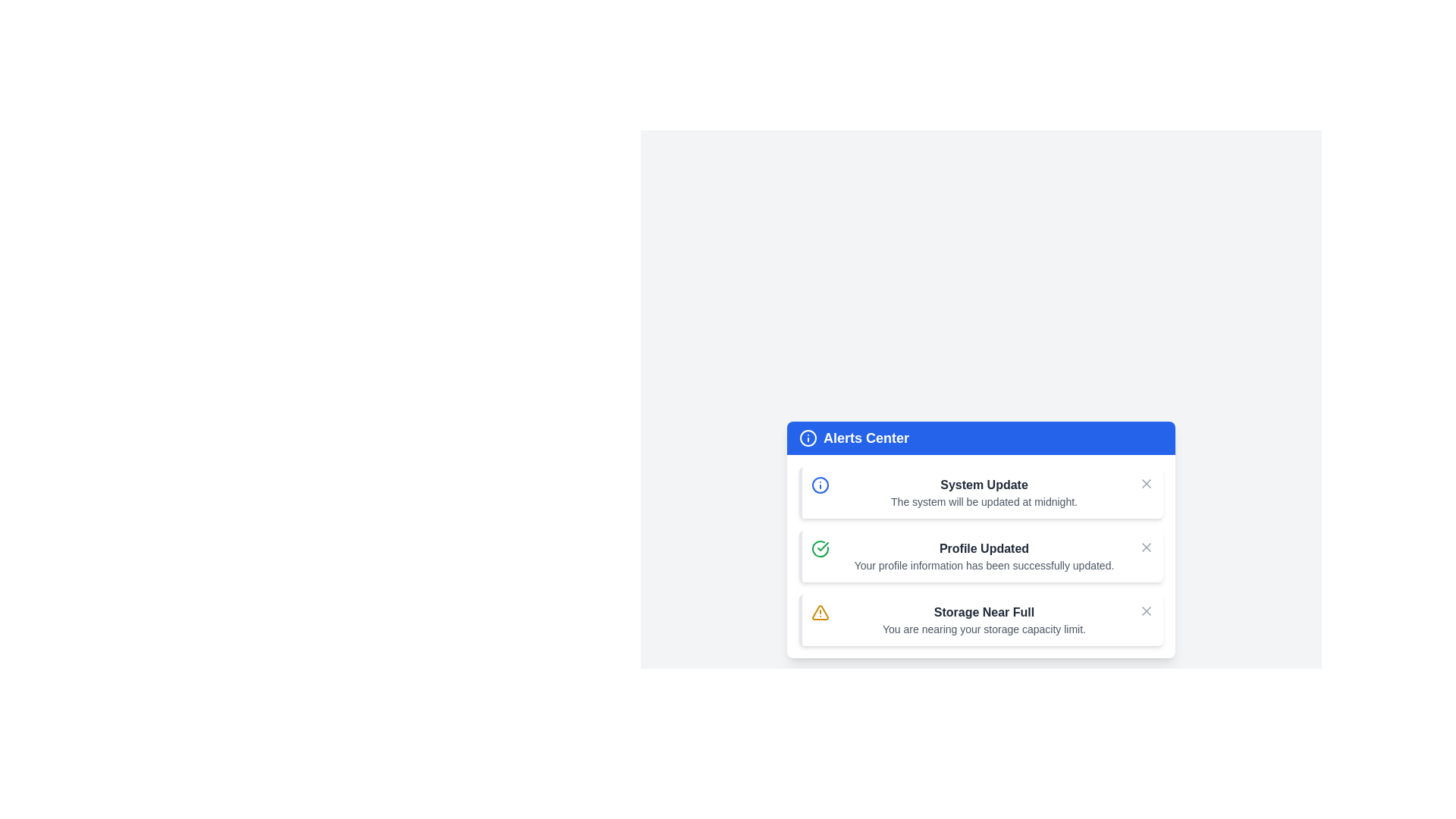  Describe the element at coordinates (984, 556) in the screenshot. I see `confirmation message displayed in the Notification text under 'Alerts Center', which indicates the successful update of profile information` at that location.